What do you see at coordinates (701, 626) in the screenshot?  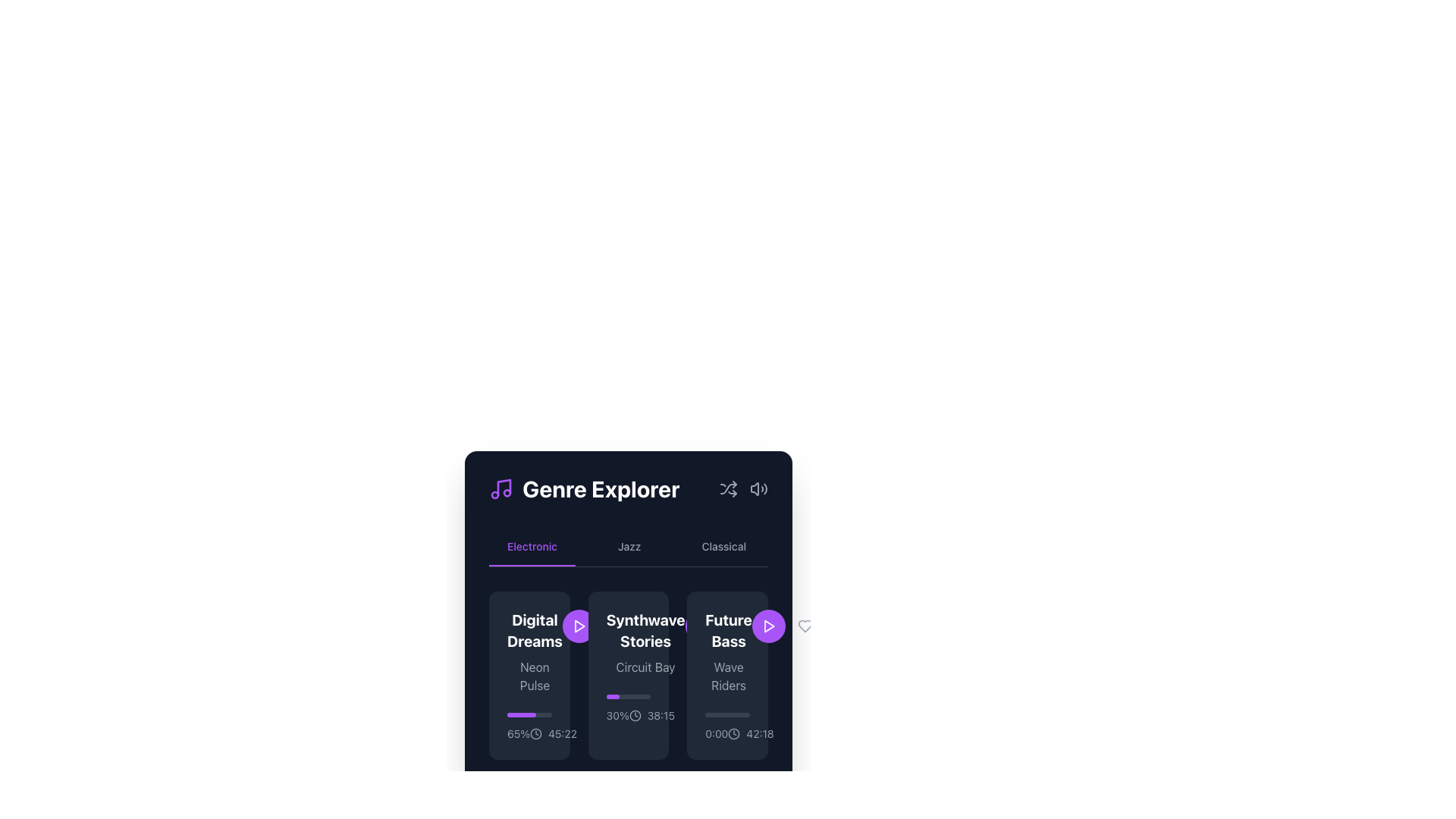 I see `the triangular 'play' icon styled in white within the small circular purple button located in the rightmost interactive button of the 'Future Bass' card in the 'Electronic' section` at bounding box center [701, 626].